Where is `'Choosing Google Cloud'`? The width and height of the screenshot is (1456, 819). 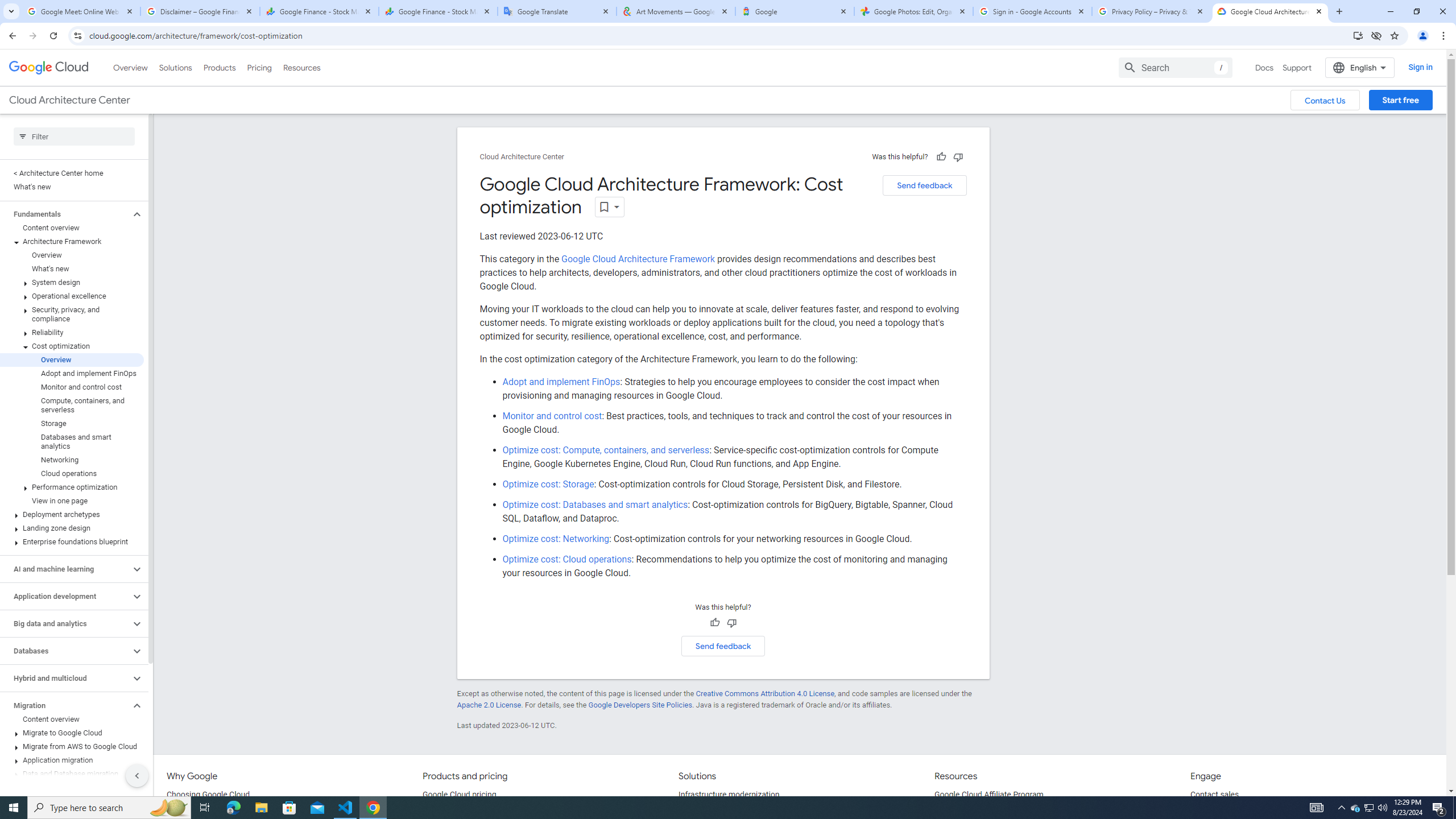 'Choosing Google Cloud' is located at coordinates (208, 795).